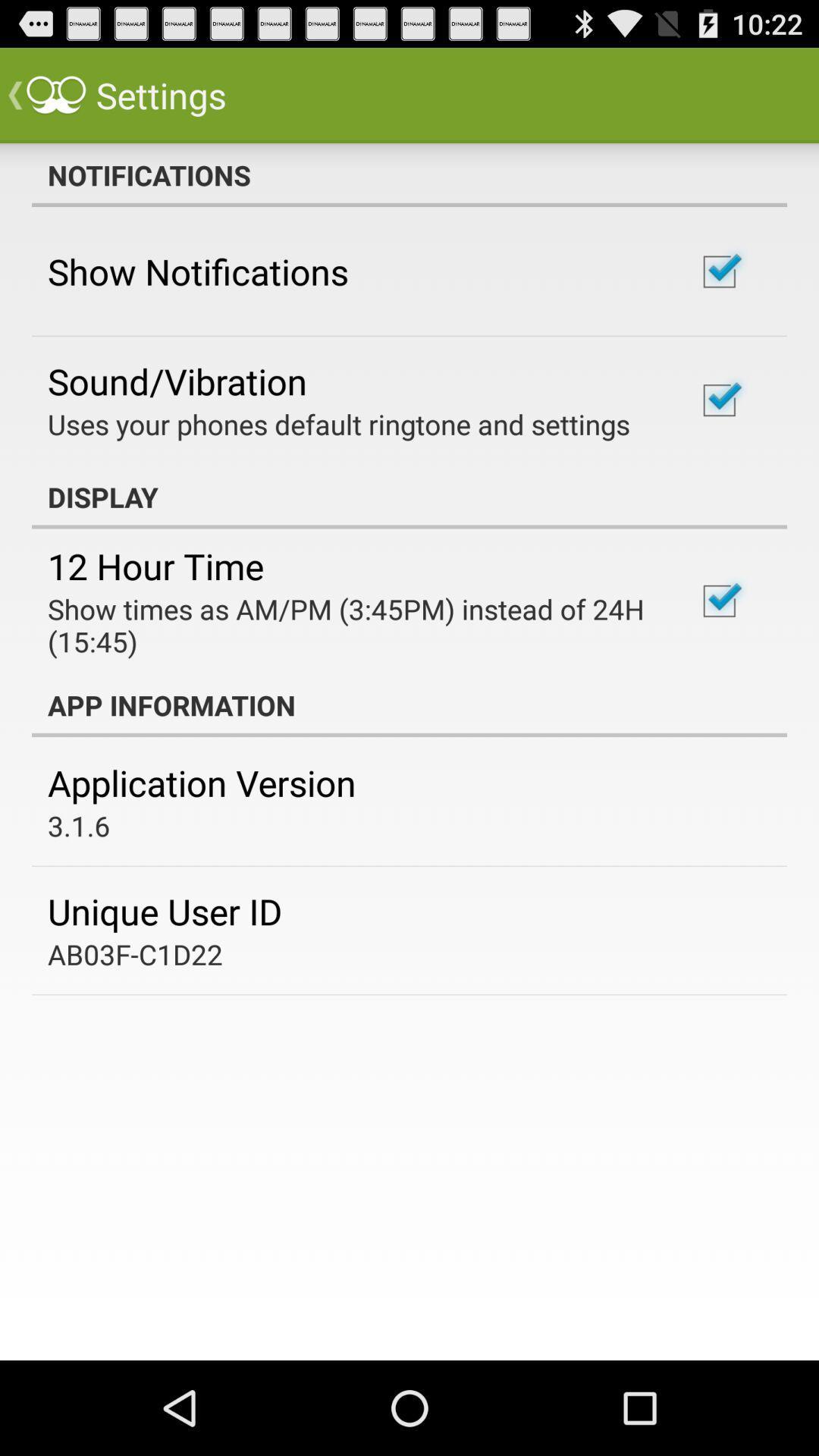  What do you see at coordinates (155, 565) in the screenshot?
I see `12 hour time item` at bounding box center [155, 565].